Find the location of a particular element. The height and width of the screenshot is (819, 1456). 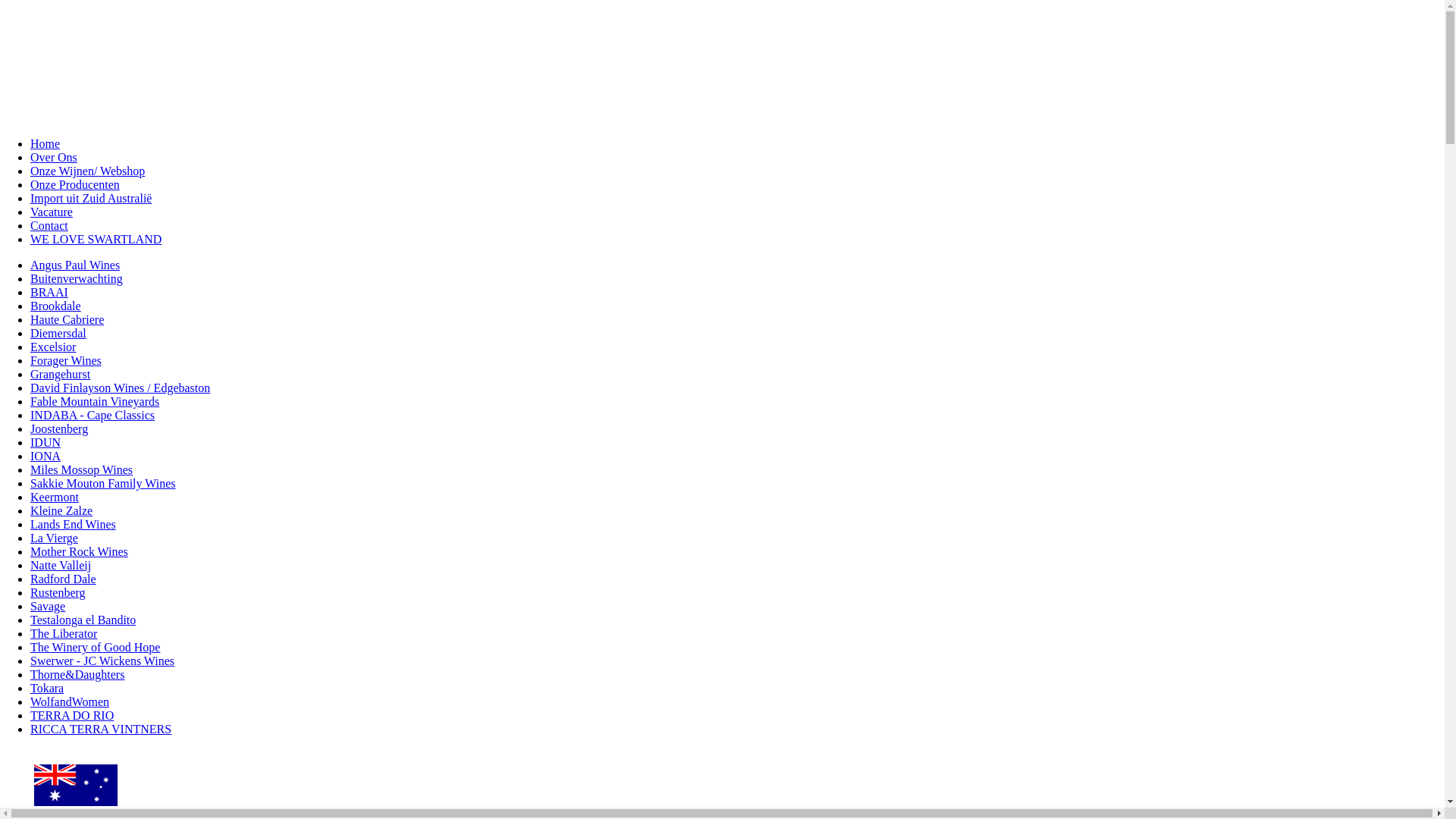

'IDUN' is located at coordinates (45, 442).